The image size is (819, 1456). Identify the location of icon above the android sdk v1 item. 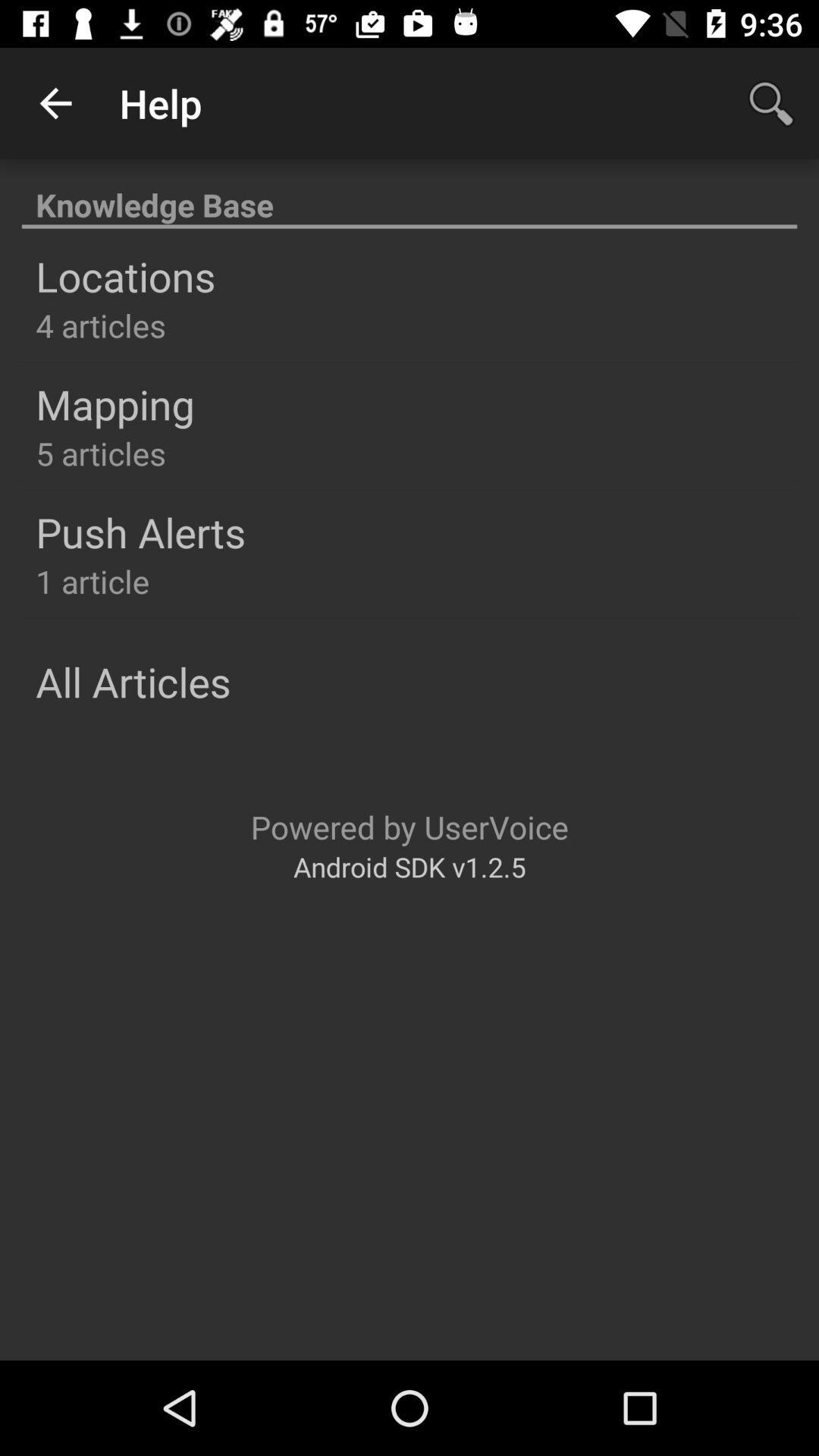
(409, 826).